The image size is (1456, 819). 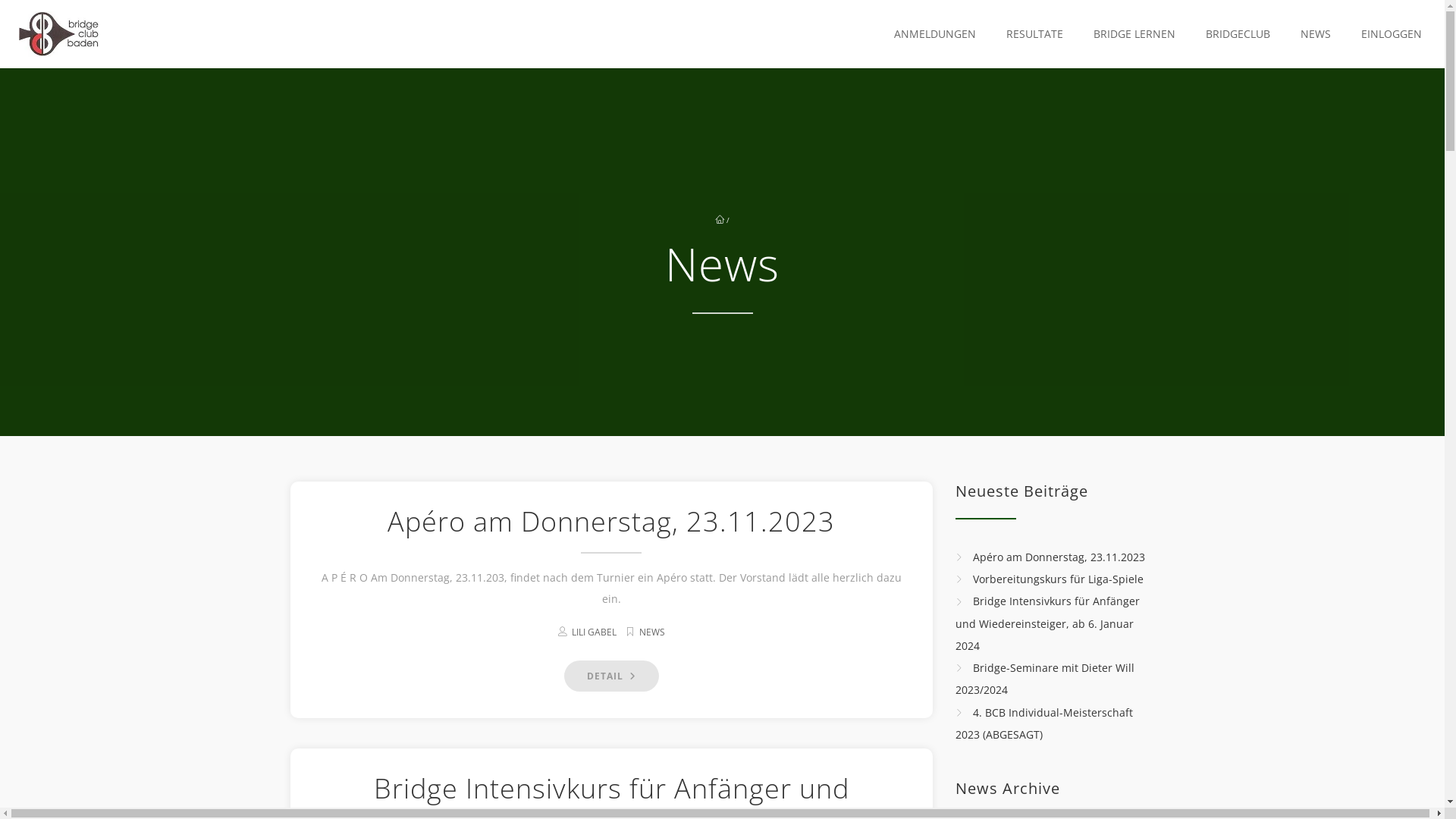 What do you see at coordinates (593, 632) in the screenshot?
I see `'LILI GABEL'` at bounding box center [593, 632].